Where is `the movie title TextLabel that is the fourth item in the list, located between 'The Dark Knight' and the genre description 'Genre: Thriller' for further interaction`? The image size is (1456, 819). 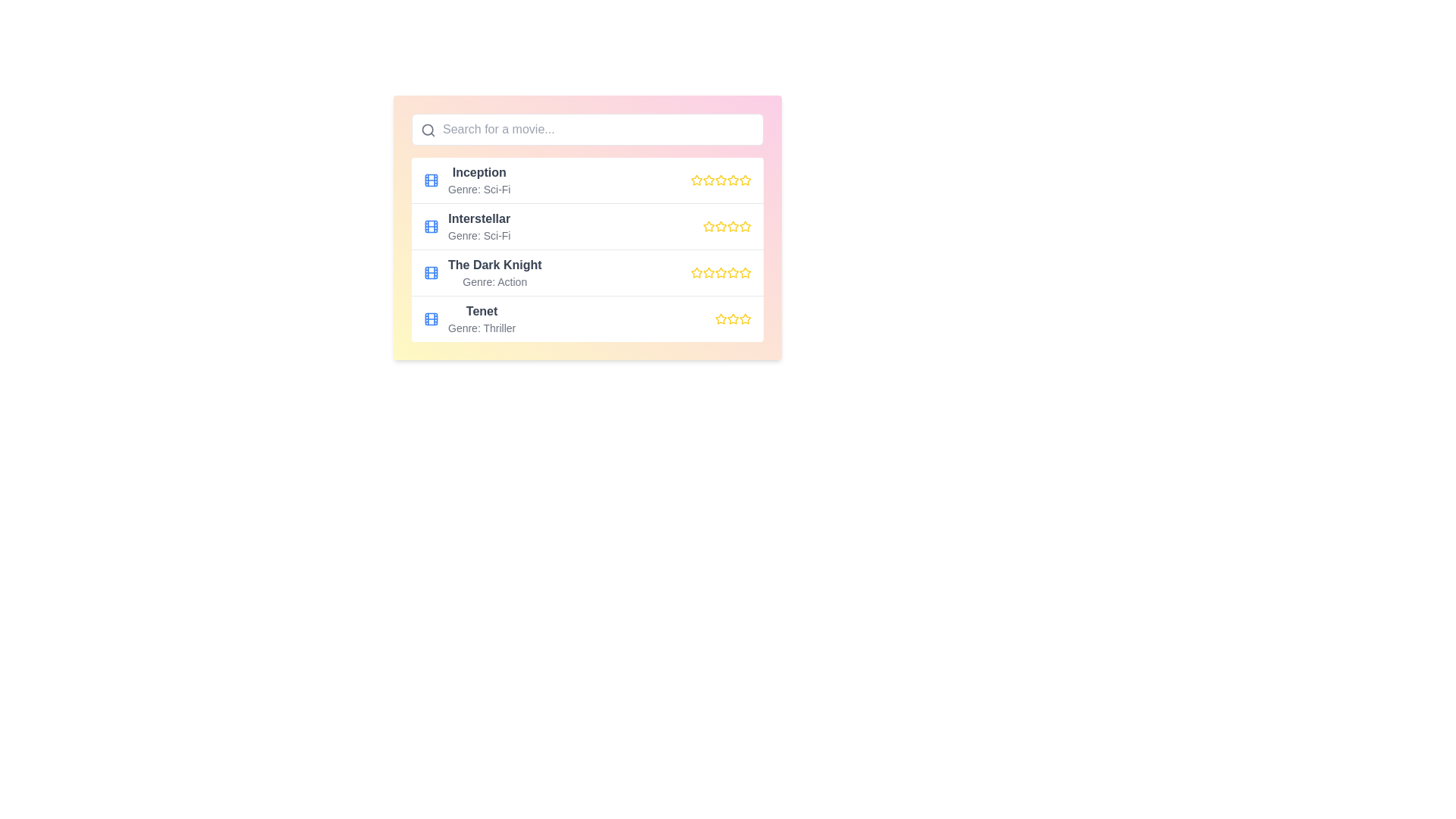
the movie title TextLabel that is the fourth item in the list, located between 'The Dark Knight' and the genre description 'Genre: Thriller' for further interaction is located at coordinates (481, 311).